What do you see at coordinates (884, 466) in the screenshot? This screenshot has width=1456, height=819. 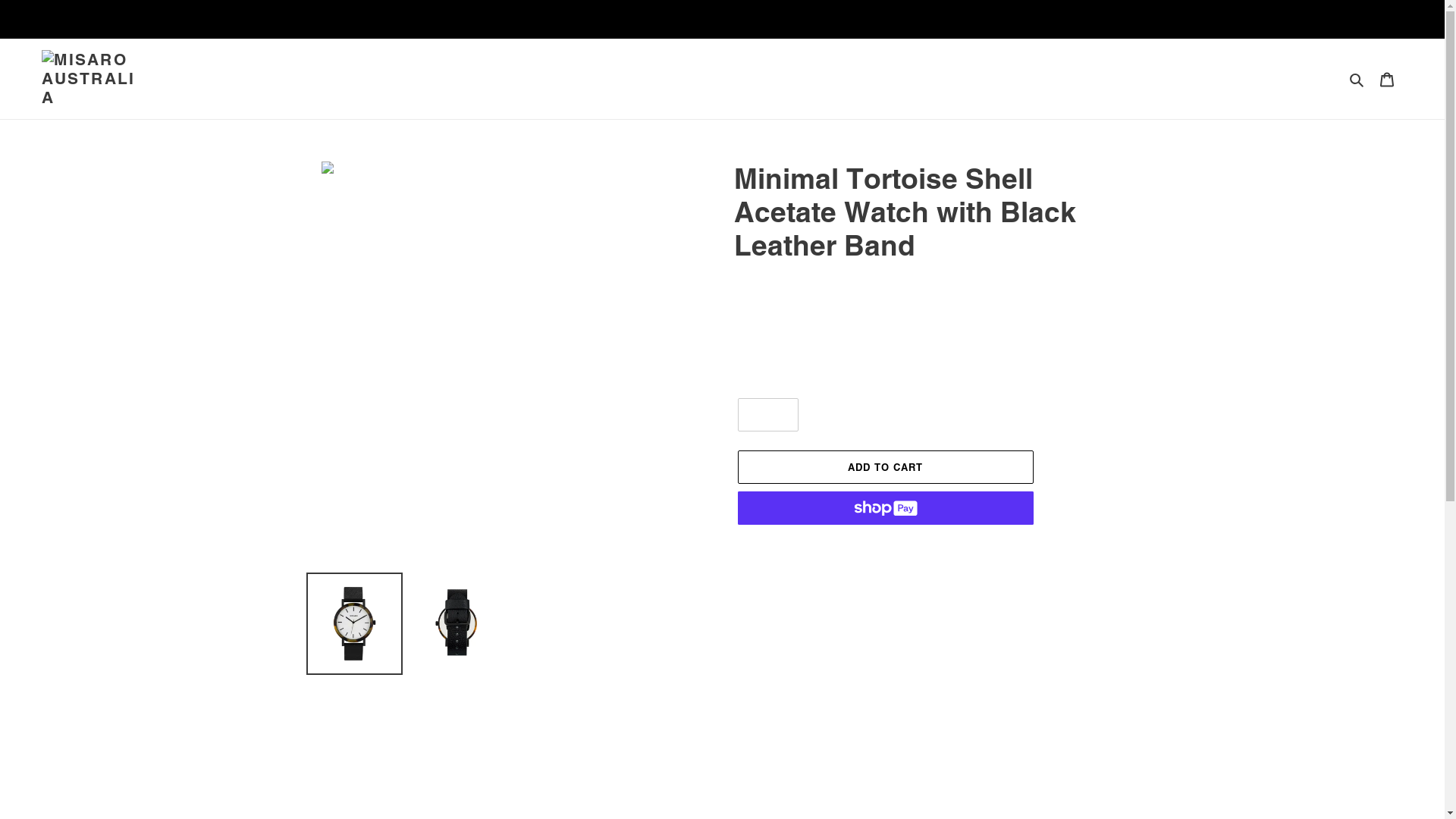 I see `'ADD TO CART'` at bounding box center [884, 466].